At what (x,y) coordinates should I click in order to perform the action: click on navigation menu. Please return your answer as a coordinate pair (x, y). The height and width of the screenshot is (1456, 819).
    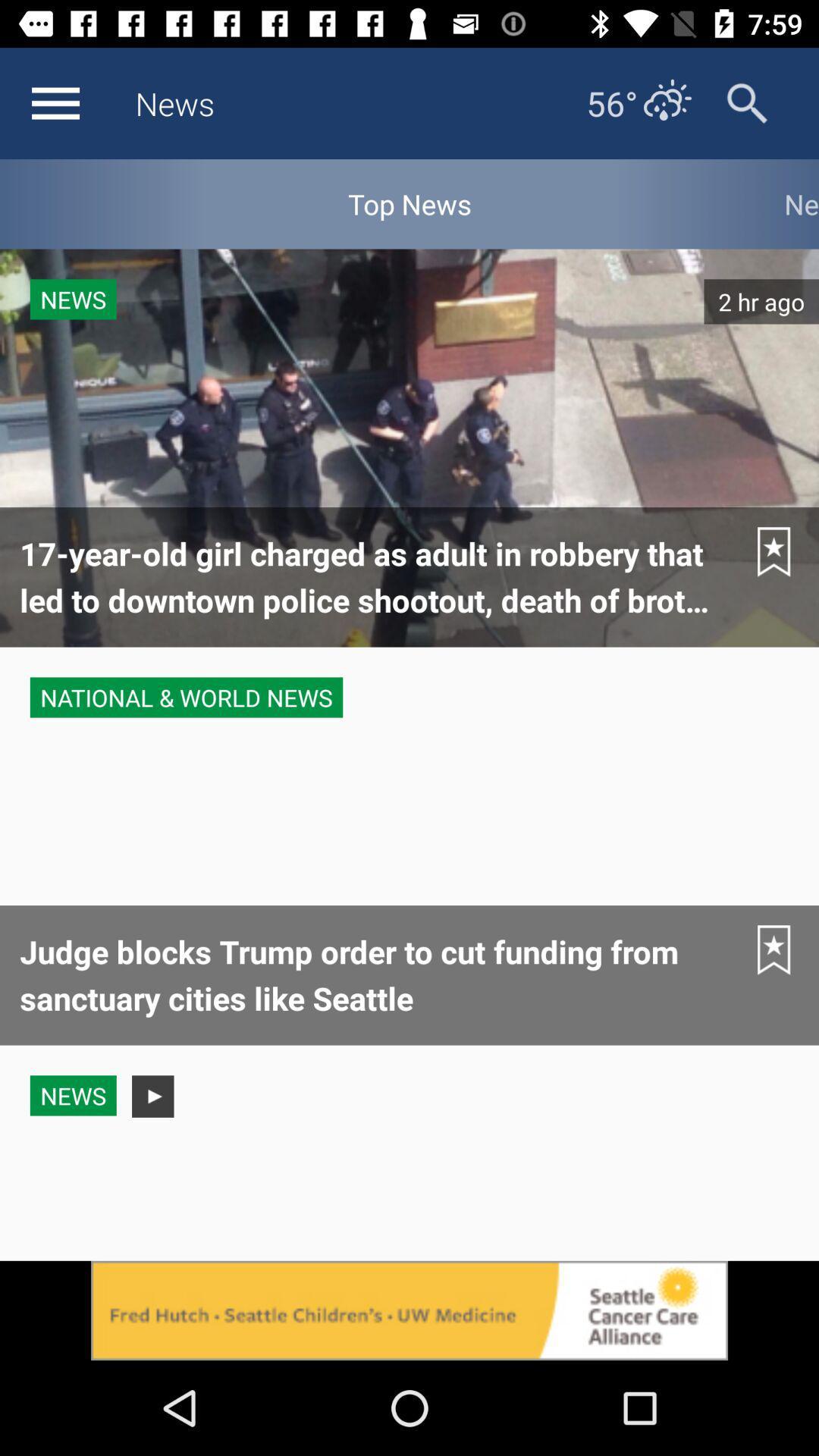
    Looking at the image, I should click on (55, 102).